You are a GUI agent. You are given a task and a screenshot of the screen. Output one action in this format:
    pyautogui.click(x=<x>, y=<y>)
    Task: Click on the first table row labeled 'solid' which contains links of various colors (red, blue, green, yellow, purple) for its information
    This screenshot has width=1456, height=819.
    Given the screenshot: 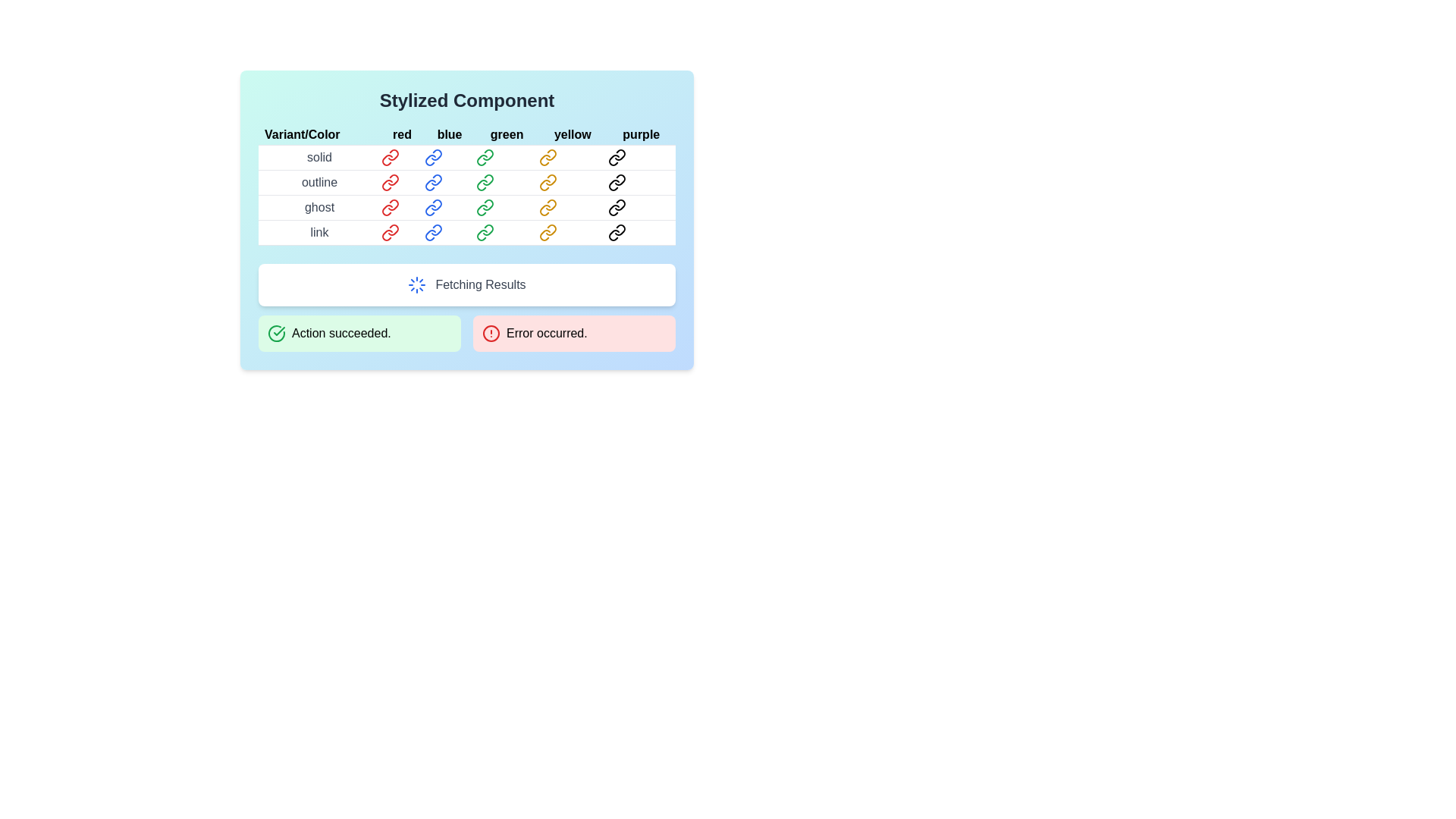 What is the action you would take?
    pyautogui.click(x=466, y=158)
    